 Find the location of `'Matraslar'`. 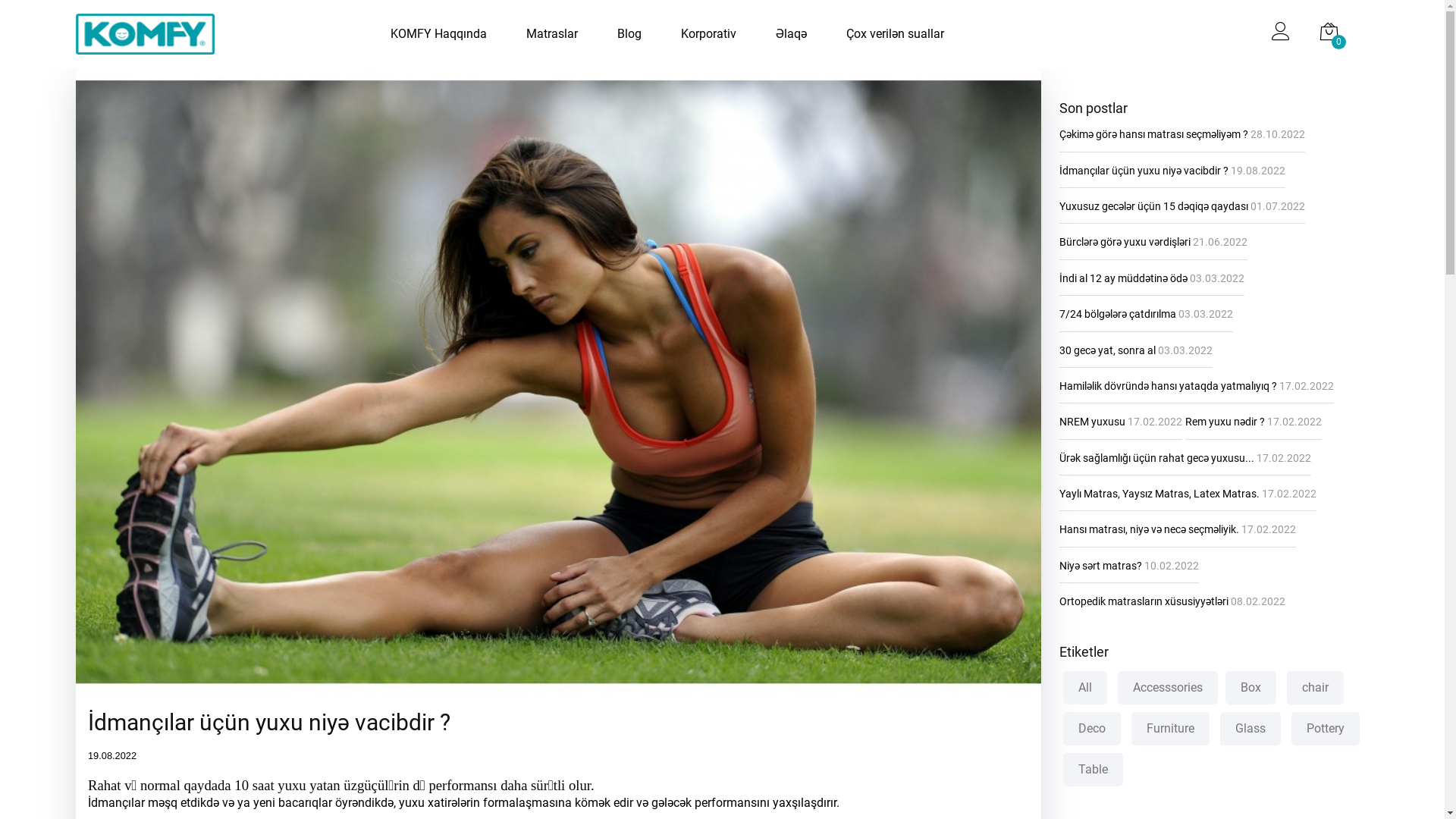

'Matraslar' is located at coordinates (551, 34).